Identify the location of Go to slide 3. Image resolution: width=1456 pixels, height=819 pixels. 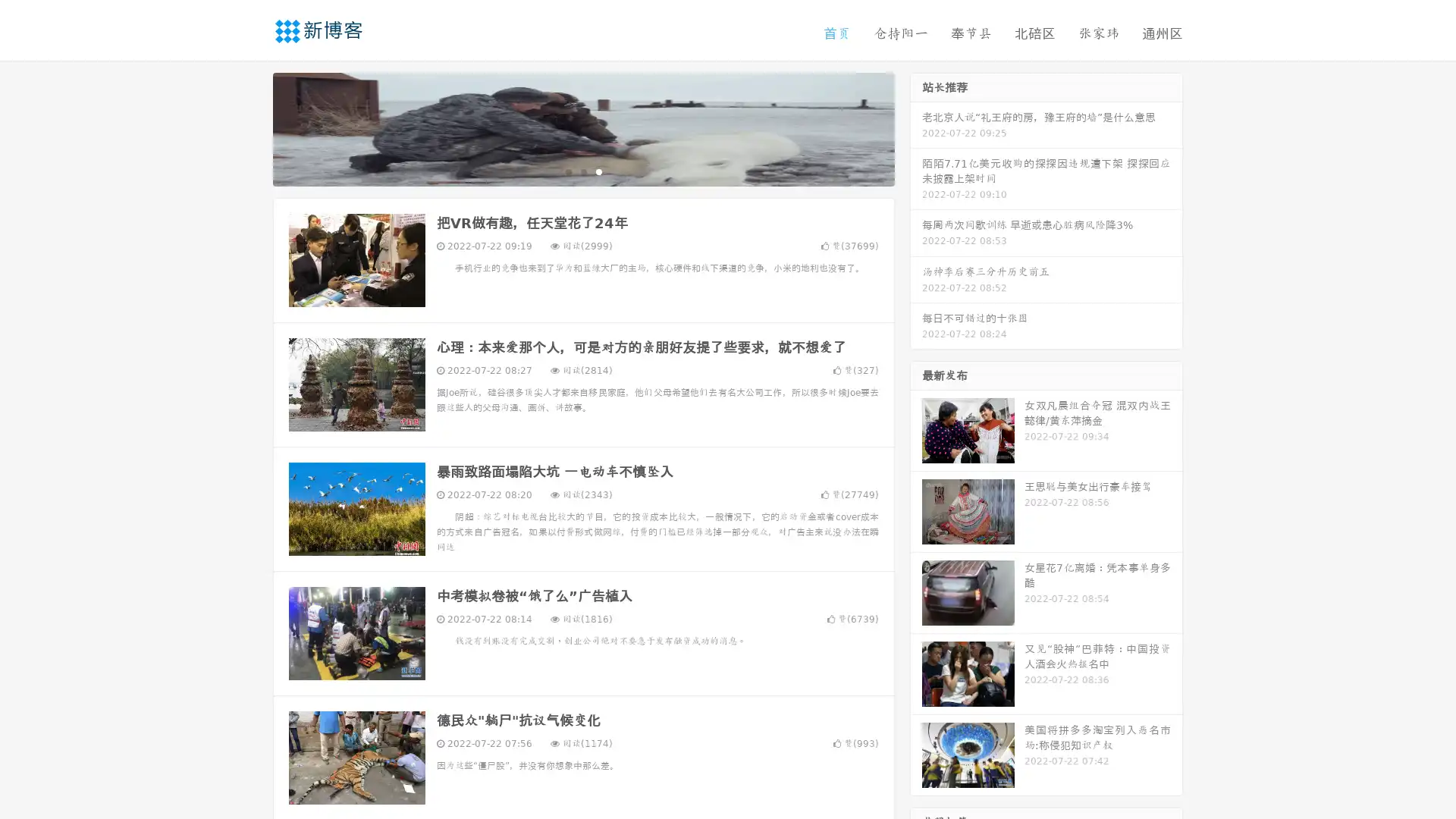
(598, 171).